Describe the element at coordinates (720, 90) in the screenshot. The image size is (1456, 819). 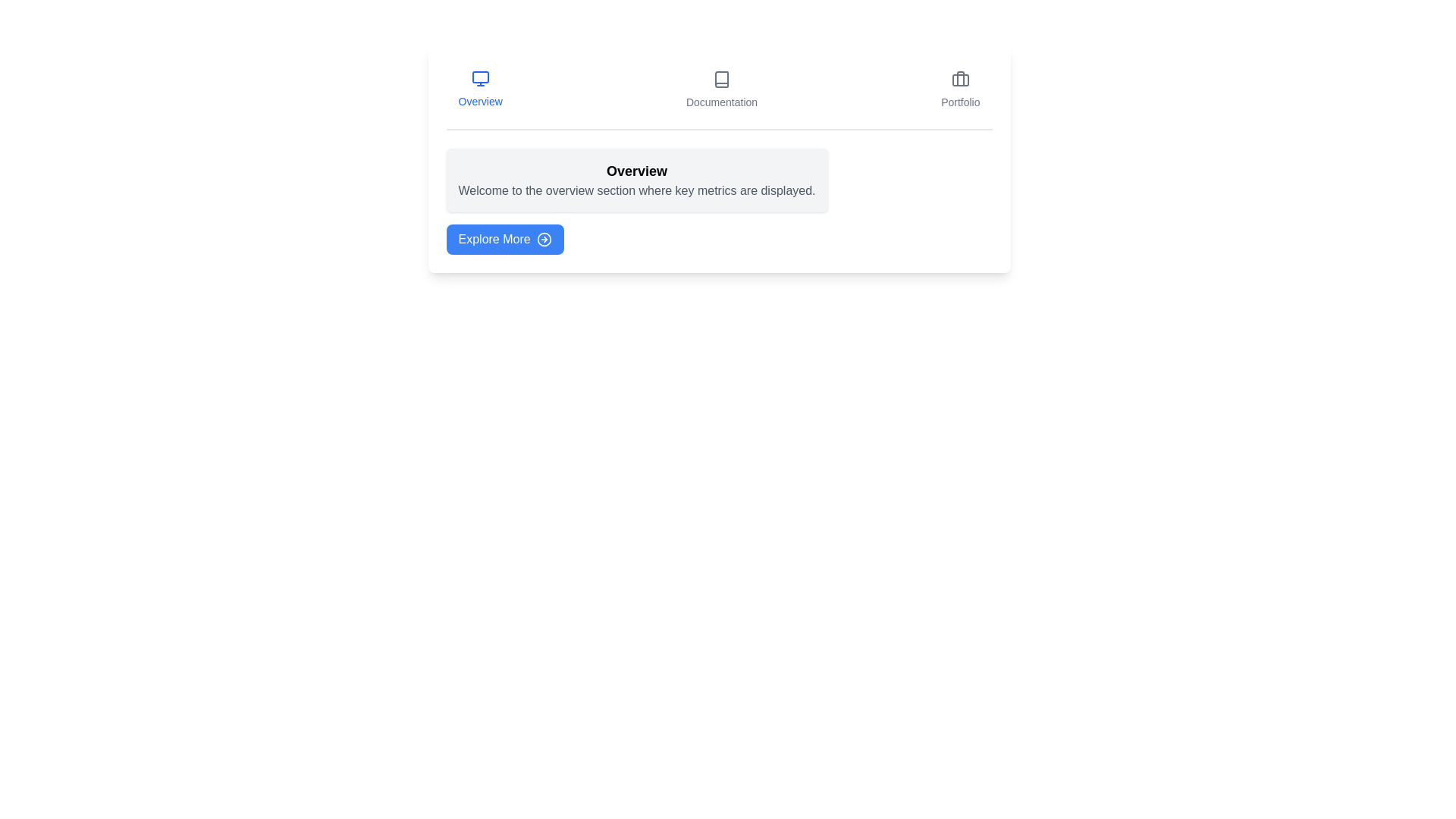
I see `the Documentation tab to view its content` at that location.